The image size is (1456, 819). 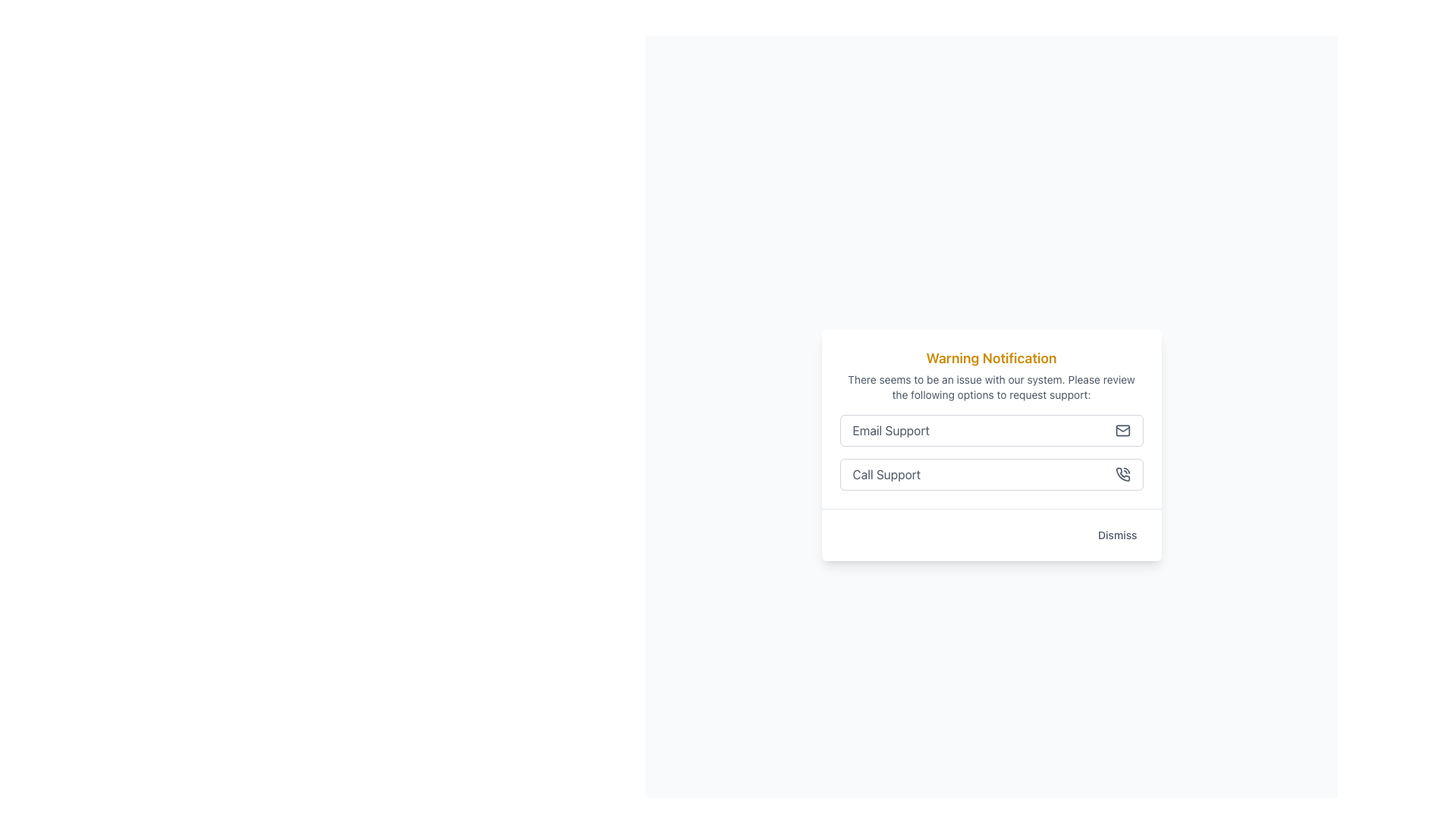 I want to click on the vertical group of two buttons labeled 'Email Support' and 'Call Support' in the notification panel, so click(x=991, y=451).